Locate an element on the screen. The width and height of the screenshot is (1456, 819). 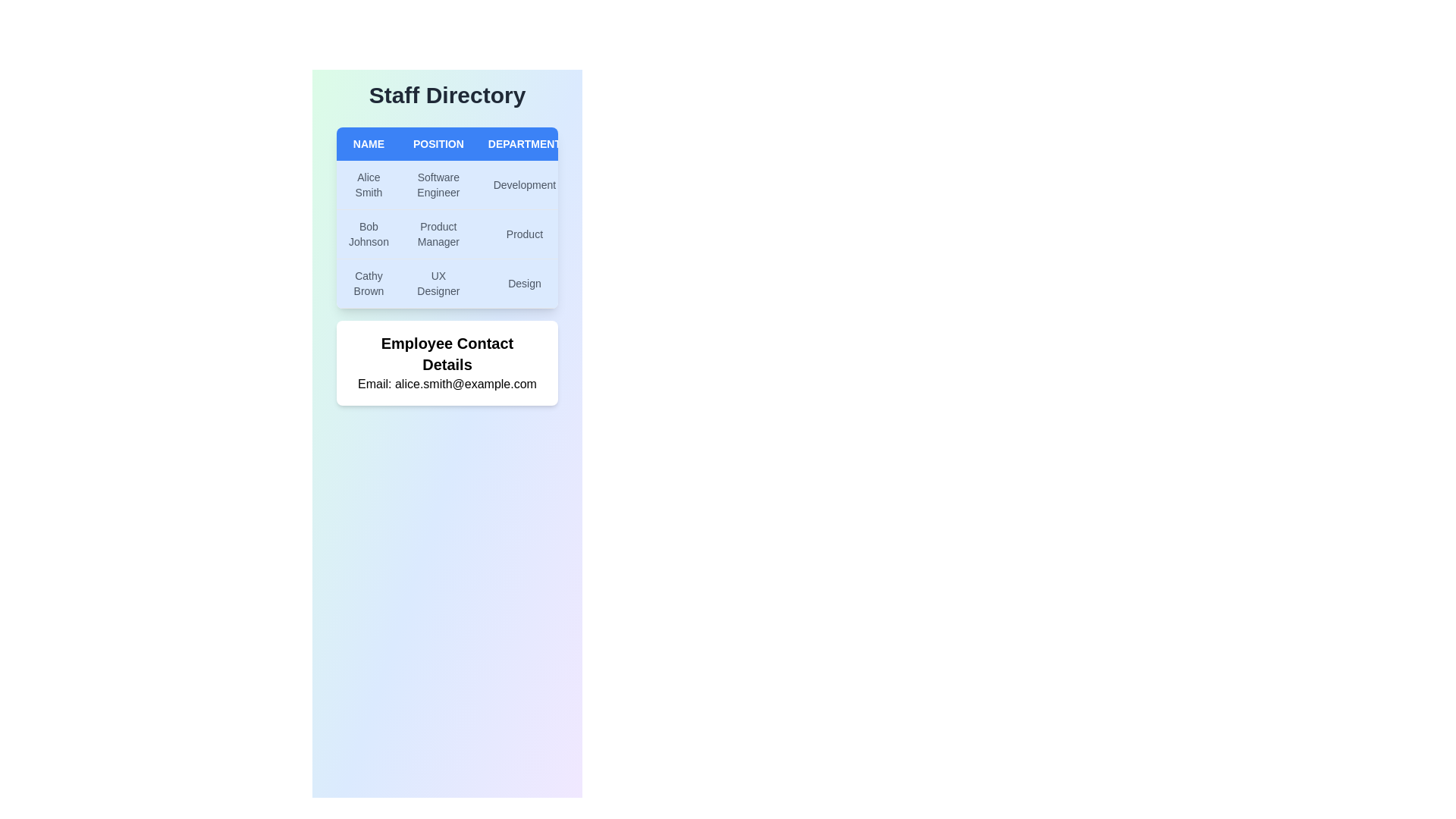
the Text Label indicating the department associated with 'Alice Smith', located in the 'DEPARTMENT' column of the table is located at coordinates (524, 184).